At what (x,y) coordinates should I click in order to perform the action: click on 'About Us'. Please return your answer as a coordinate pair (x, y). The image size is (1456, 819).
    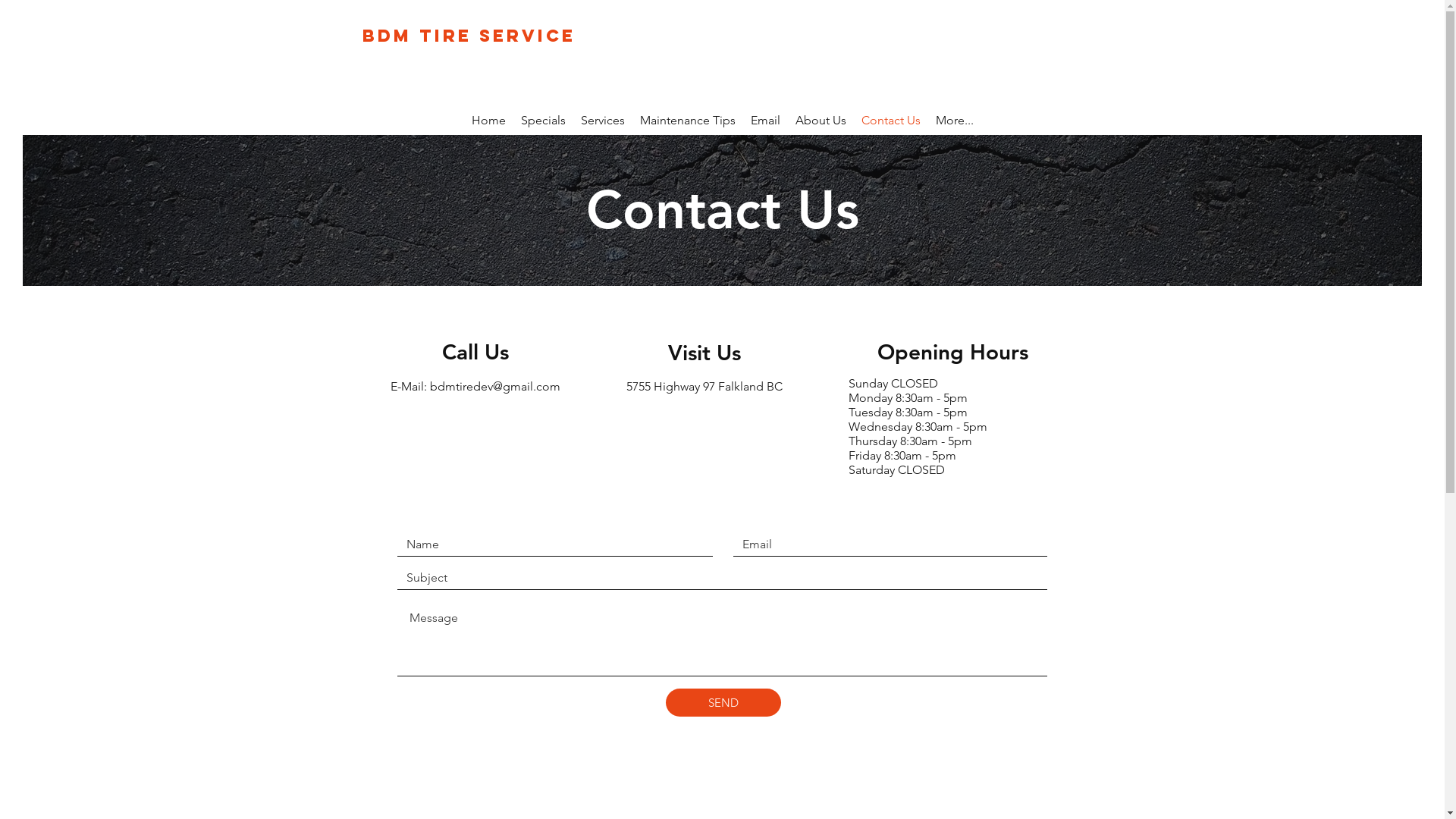
    Looking at the image, I should click on (819, 122).